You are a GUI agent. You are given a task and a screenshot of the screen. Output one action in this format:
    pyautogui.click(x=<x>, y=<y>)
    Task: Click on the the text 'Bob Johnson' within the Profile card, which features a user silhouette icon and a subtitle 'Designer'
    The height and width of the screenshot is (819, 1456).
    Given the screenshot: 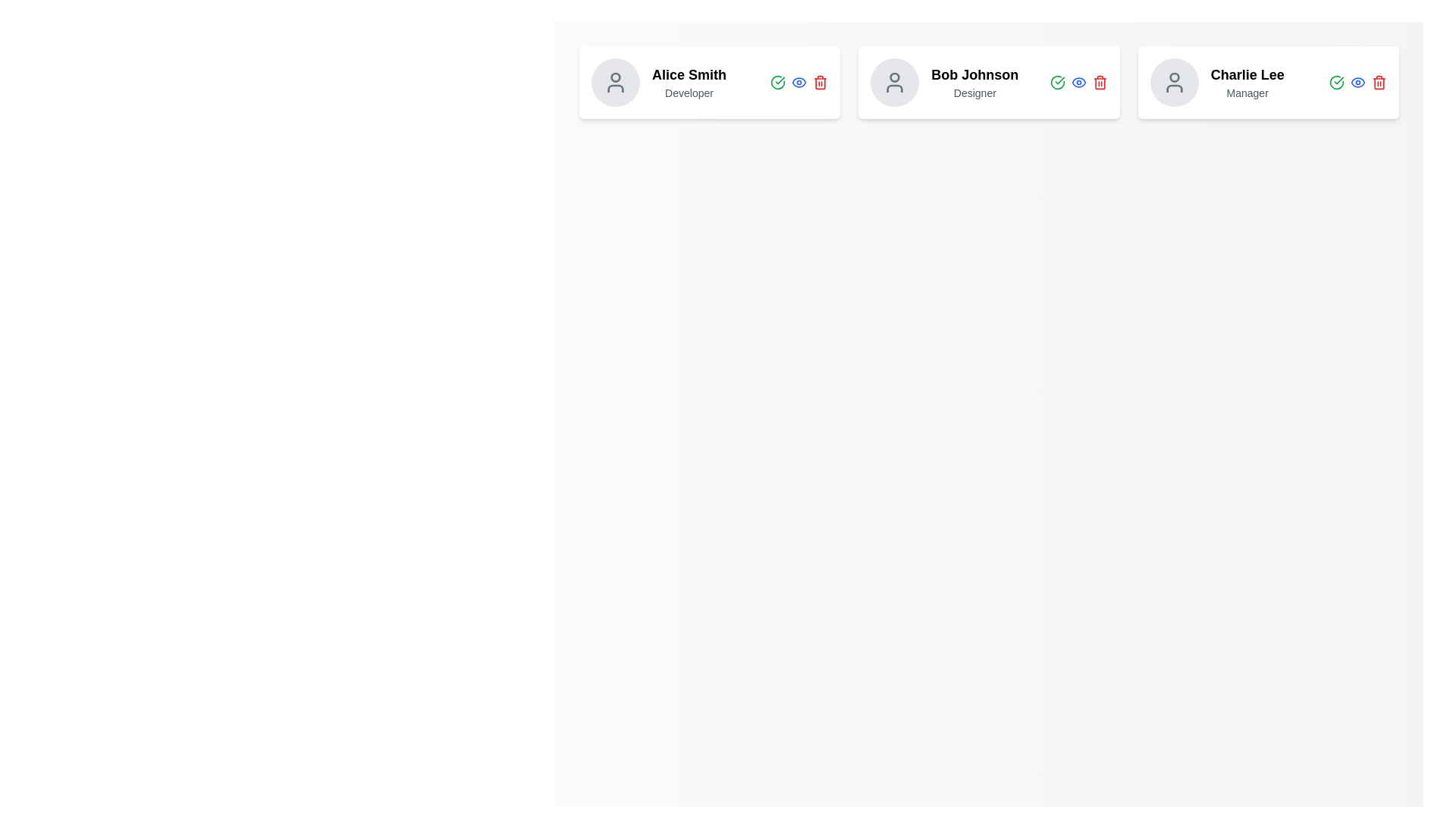 What is the action you would take?
    pyautogui.click(x=943, y=82)
    